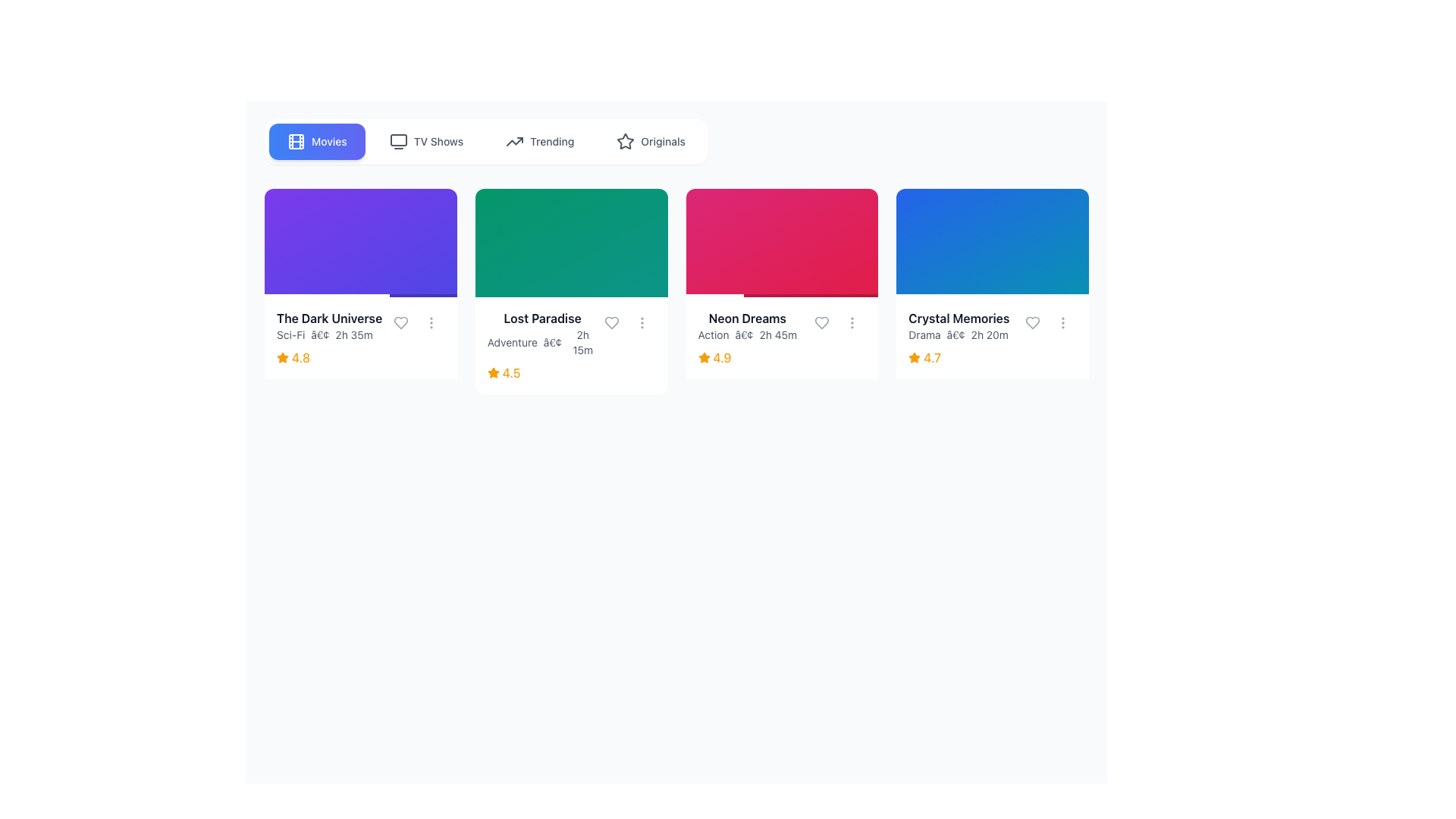  What do you see at coordinates (993, 325) in the screenshot?
I see `text displayed in the 'Crystal Memories' movie card, which includes the title in bold dark text and additional details in smaller gray text` at bounding box center [993, 325].